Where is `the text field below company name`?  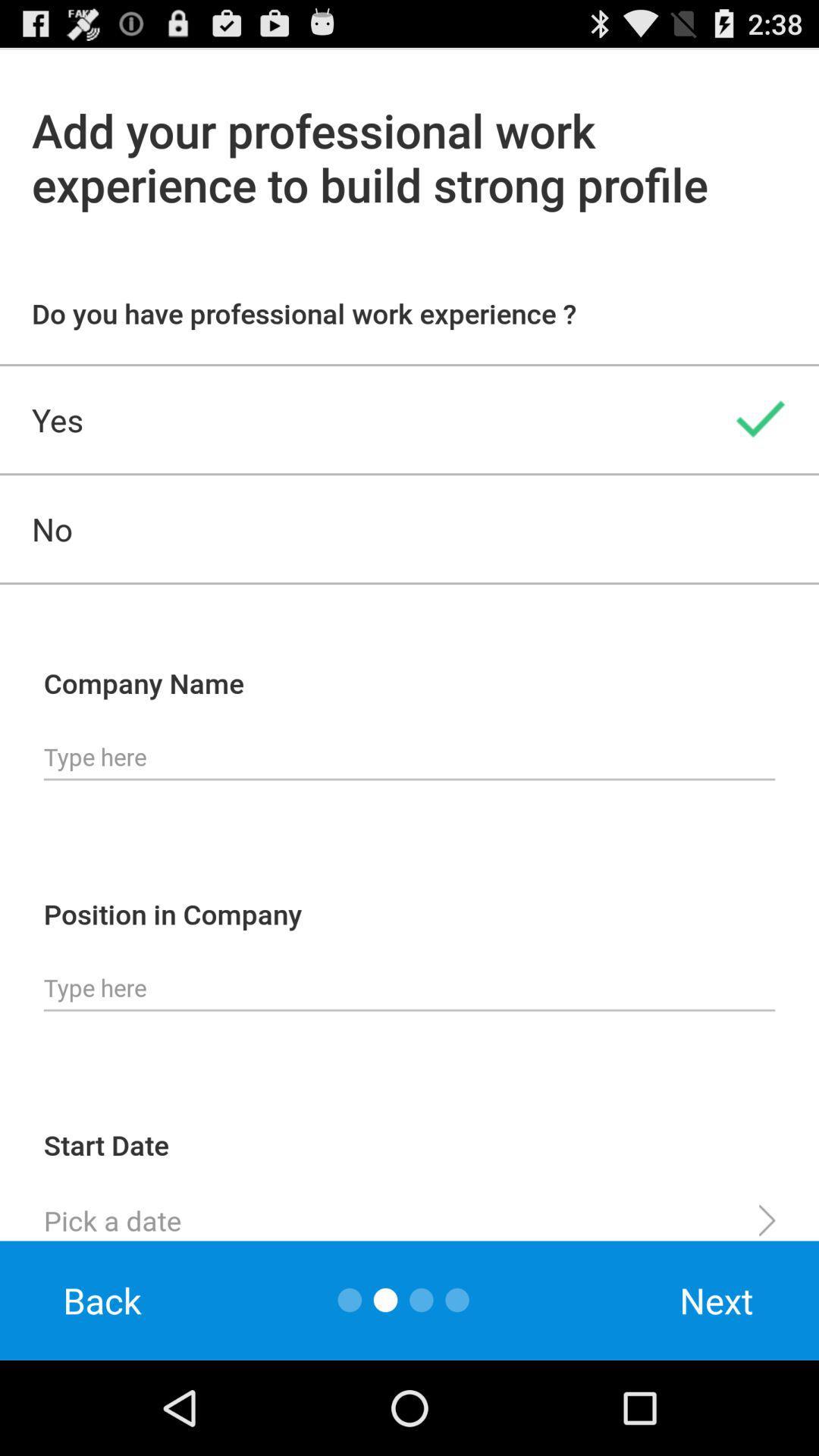
the text field below company name is located at coordinates (409, 757).